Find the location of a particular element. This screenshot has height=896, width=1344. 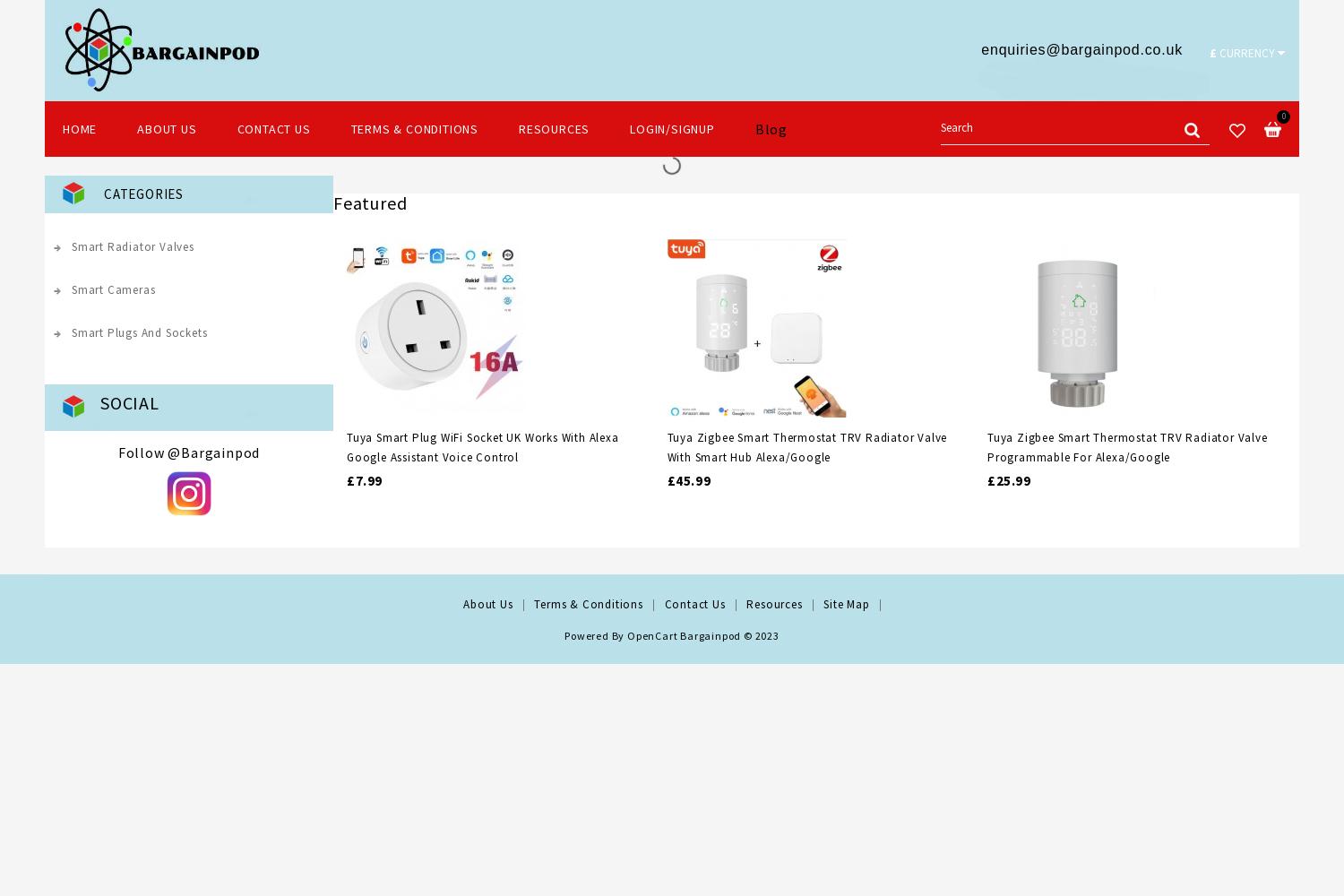

'Smart Radiator Valves' is located at coordinates (133, 246).